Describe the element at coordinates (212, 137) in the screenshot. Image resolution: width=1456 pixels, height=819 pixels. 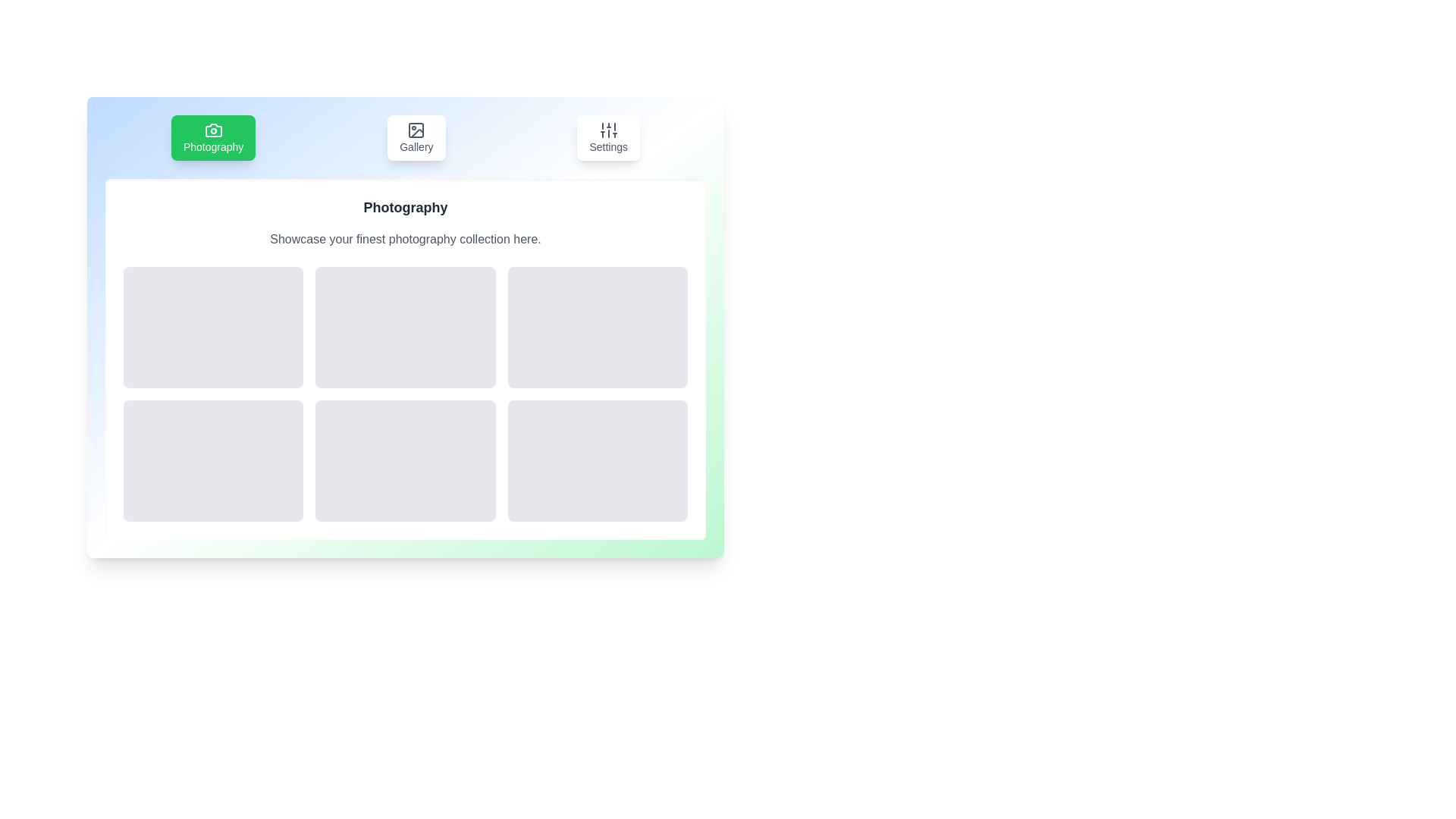
I see `the Photography tab to view its content` at that location.